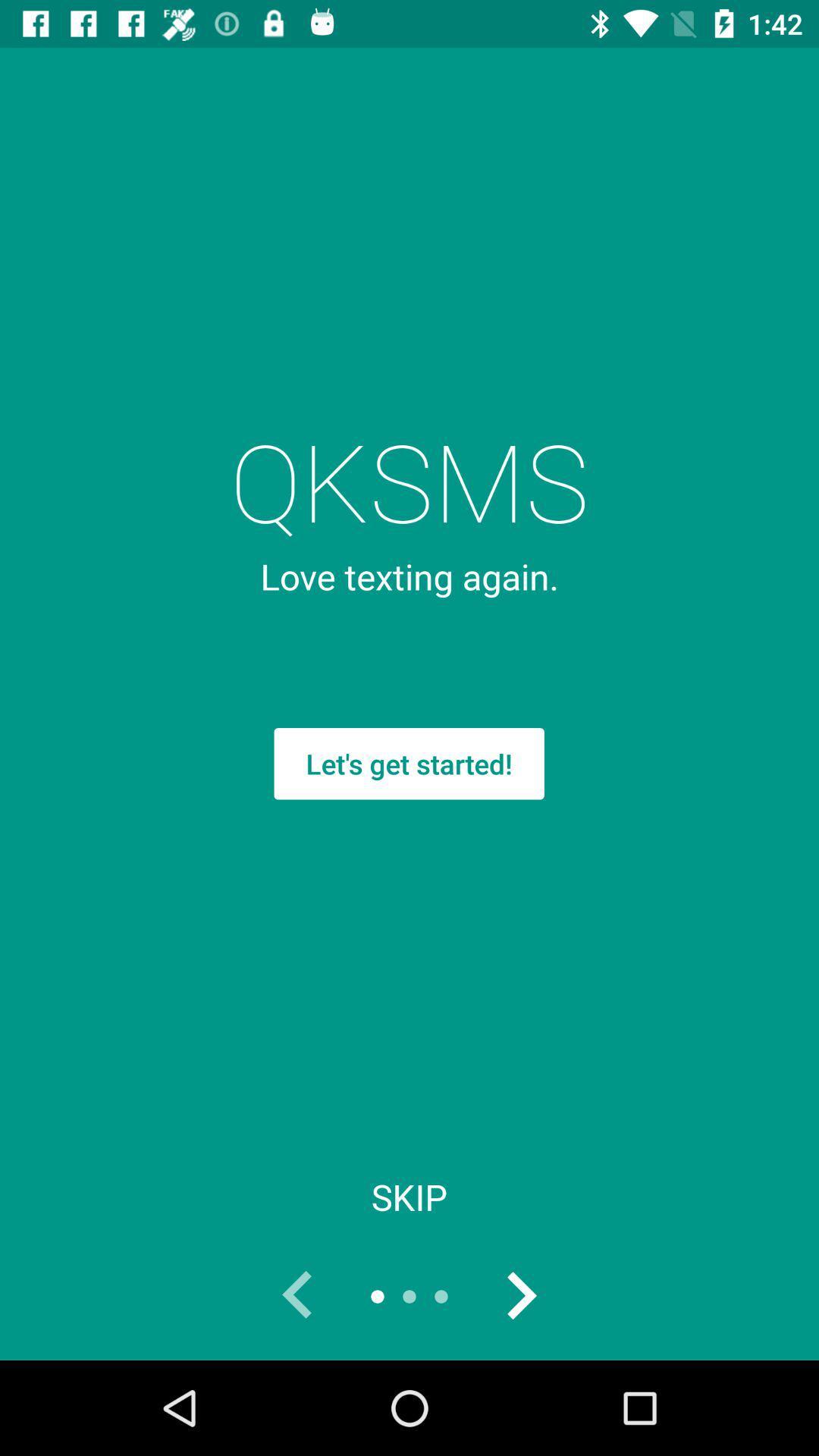 The width and height of the screenshot is (819, 1456). I want to click on the arrow_forward icon, so click(519, 1295).